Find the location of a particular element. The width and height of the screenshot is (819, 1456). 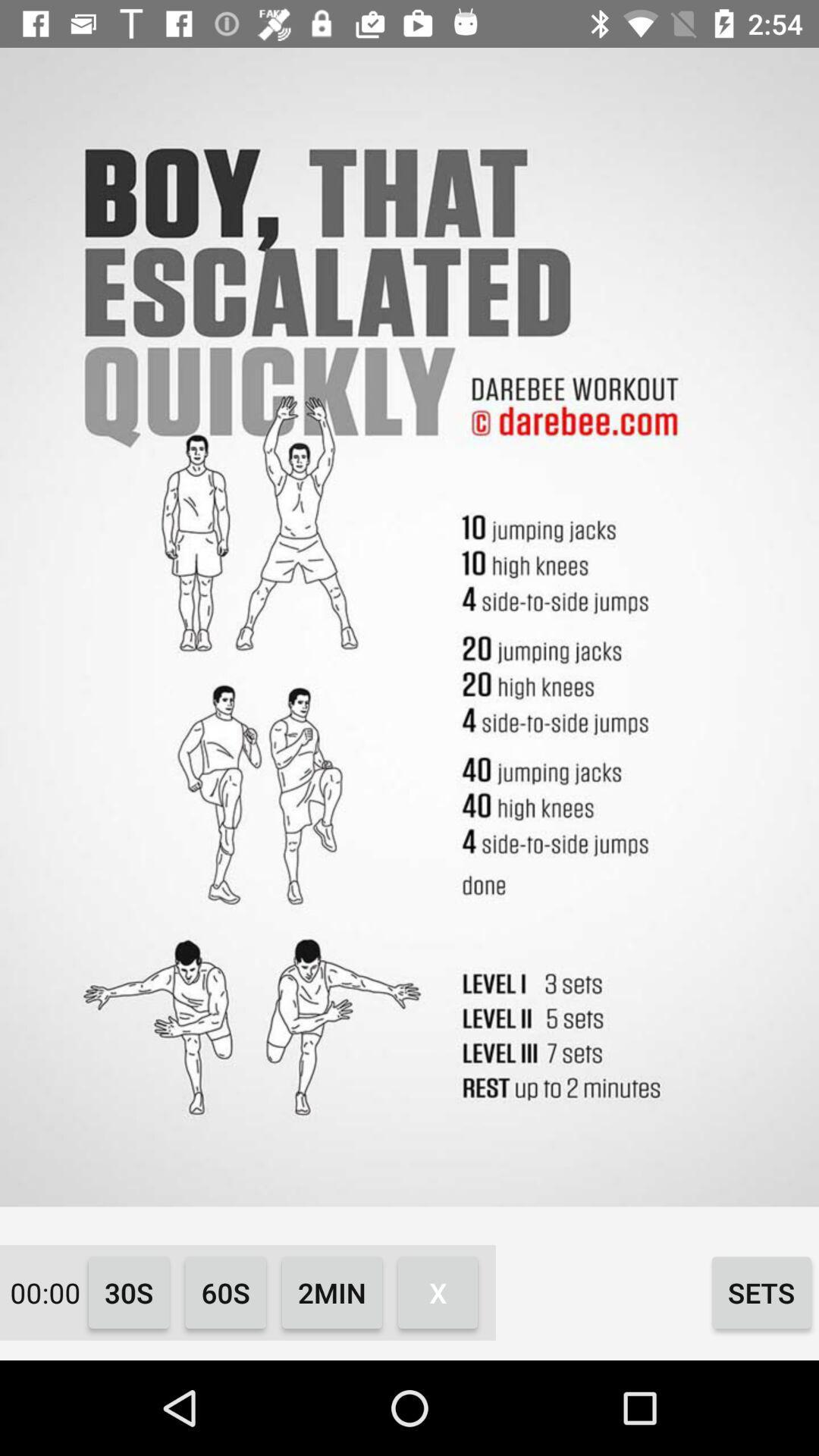

the 2min icon is located at coordinates (331, 1291).